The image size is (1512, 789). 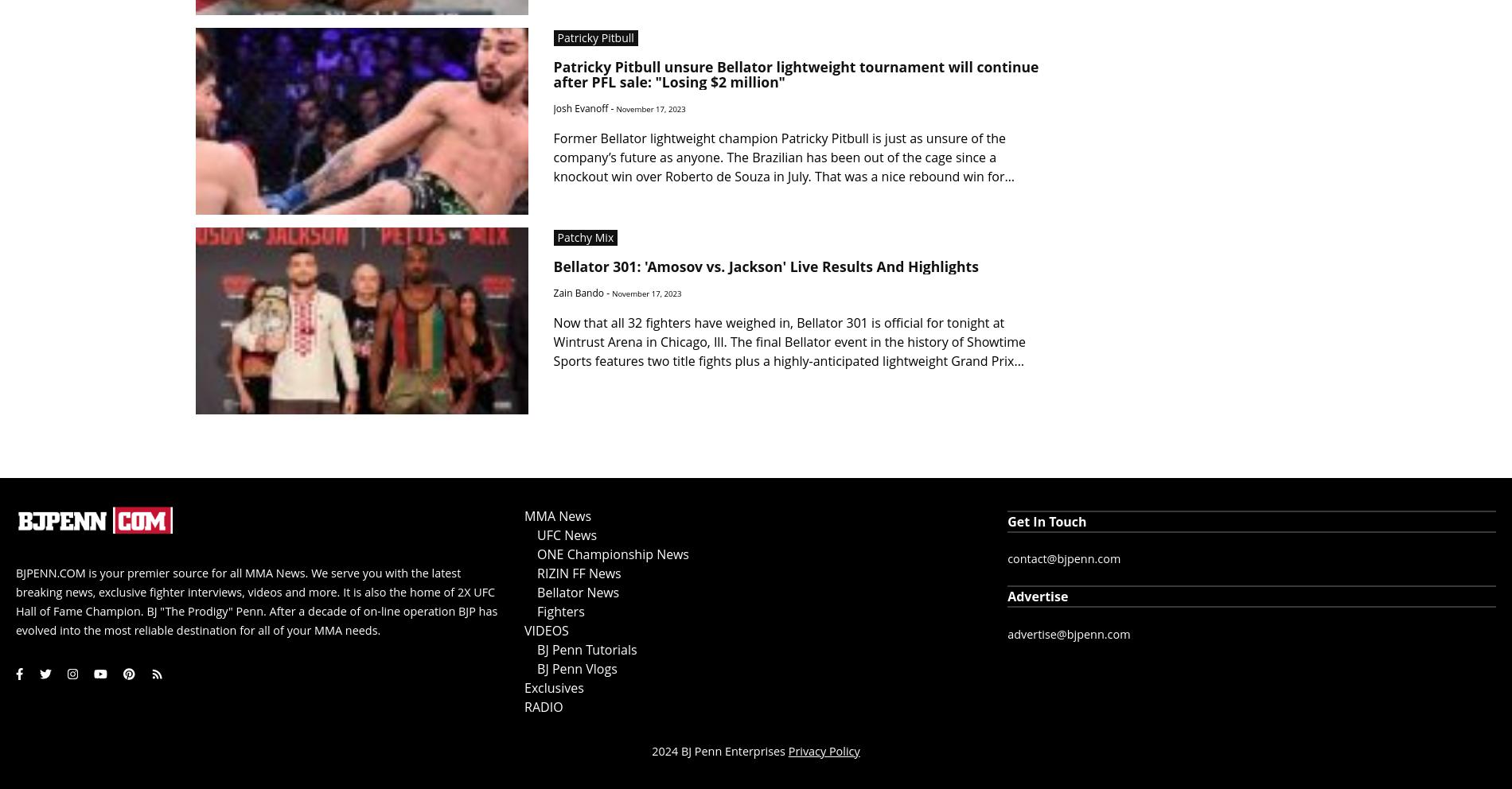 What do you see at coordinates (576, 667) in the screenshot?
I see `'BJ Penn Vlogs'` at bounding box center [576, 667].